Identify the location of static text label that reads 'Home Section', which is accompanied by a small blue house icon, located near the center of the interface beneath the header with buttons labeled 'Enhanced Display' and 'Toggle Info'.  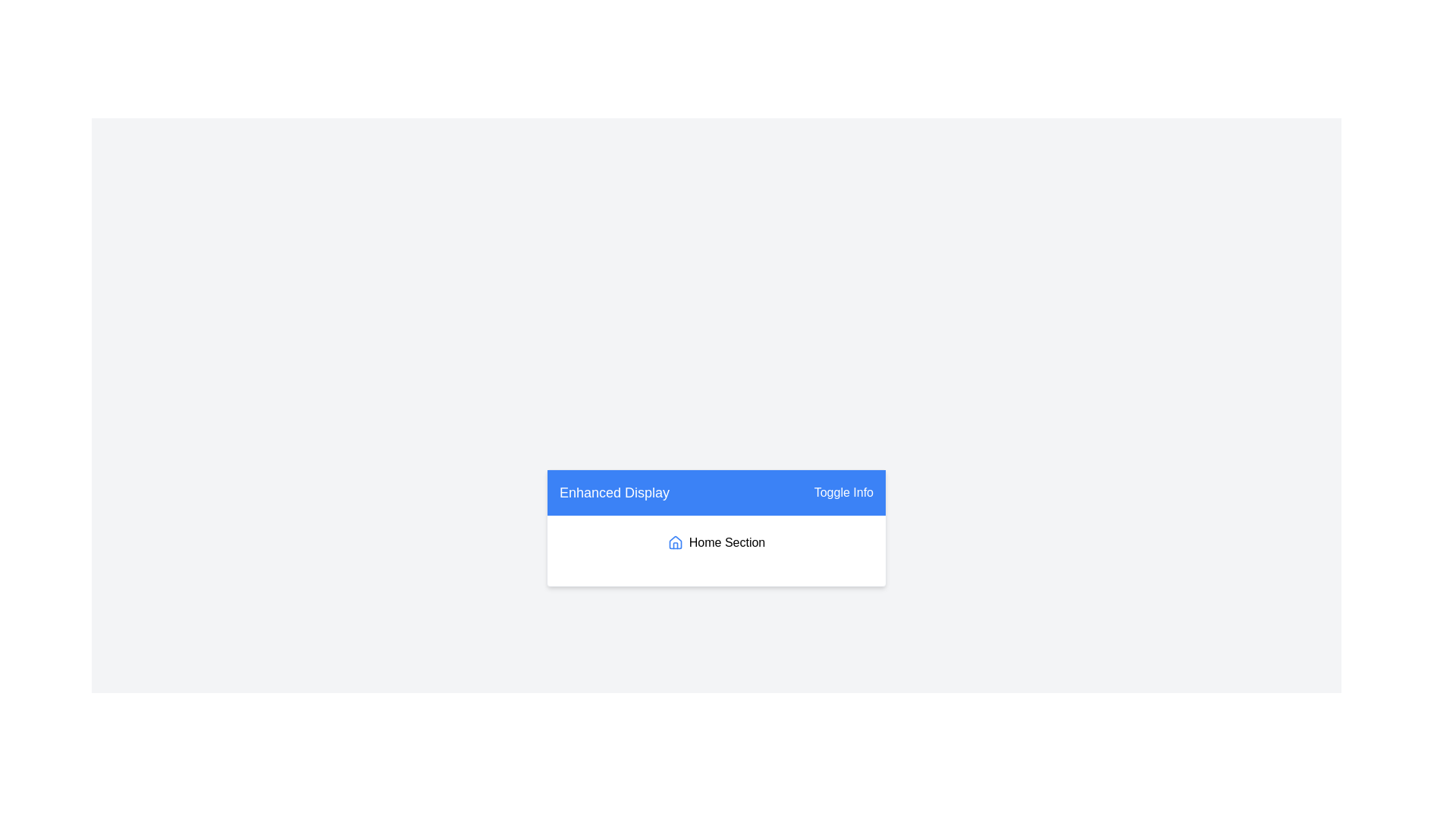
(716, 543).